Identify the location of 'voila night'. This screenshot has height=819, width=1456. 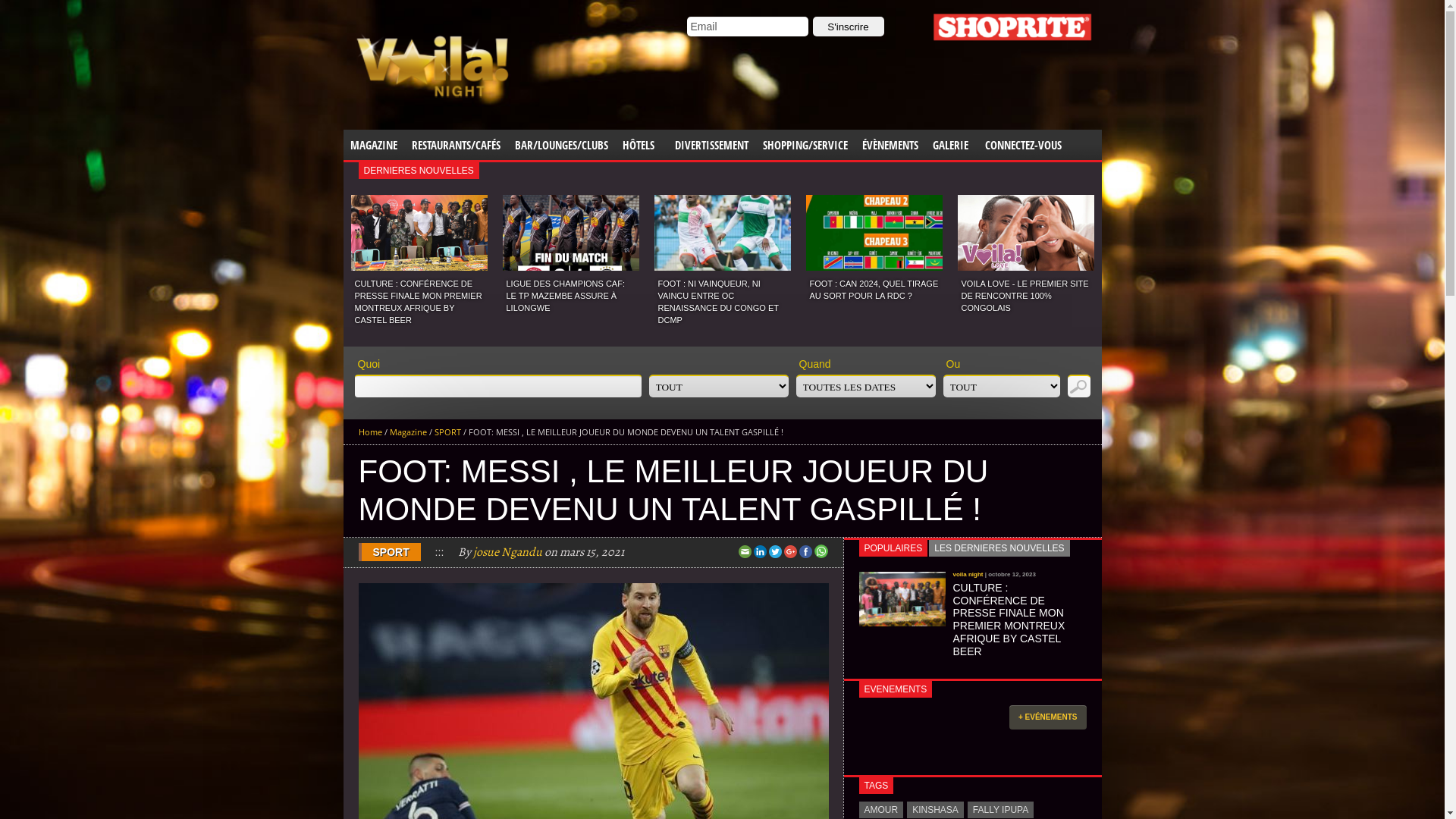
(967, 574).